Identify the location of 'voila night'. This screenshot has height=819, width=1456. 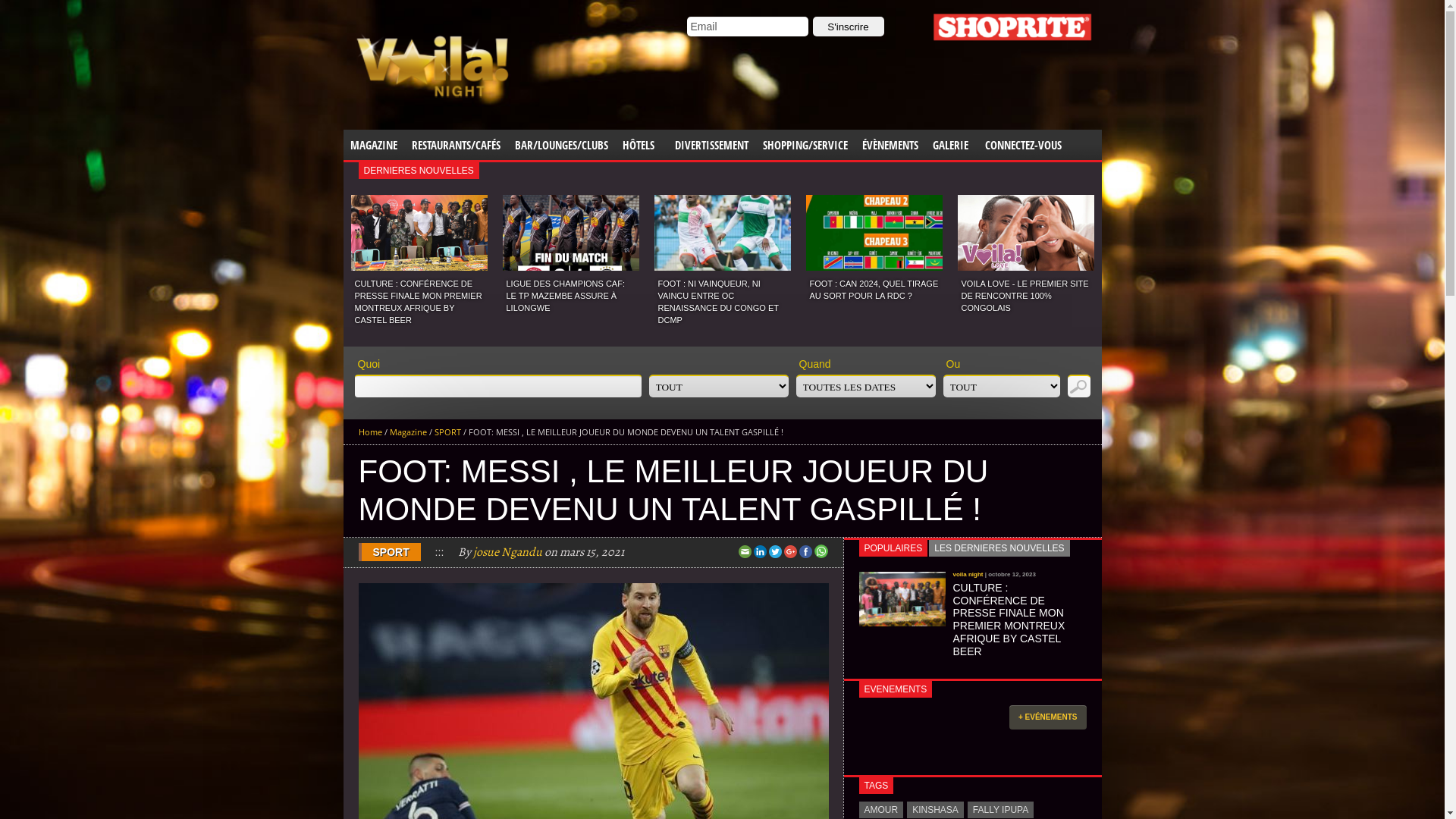
(967, 574).